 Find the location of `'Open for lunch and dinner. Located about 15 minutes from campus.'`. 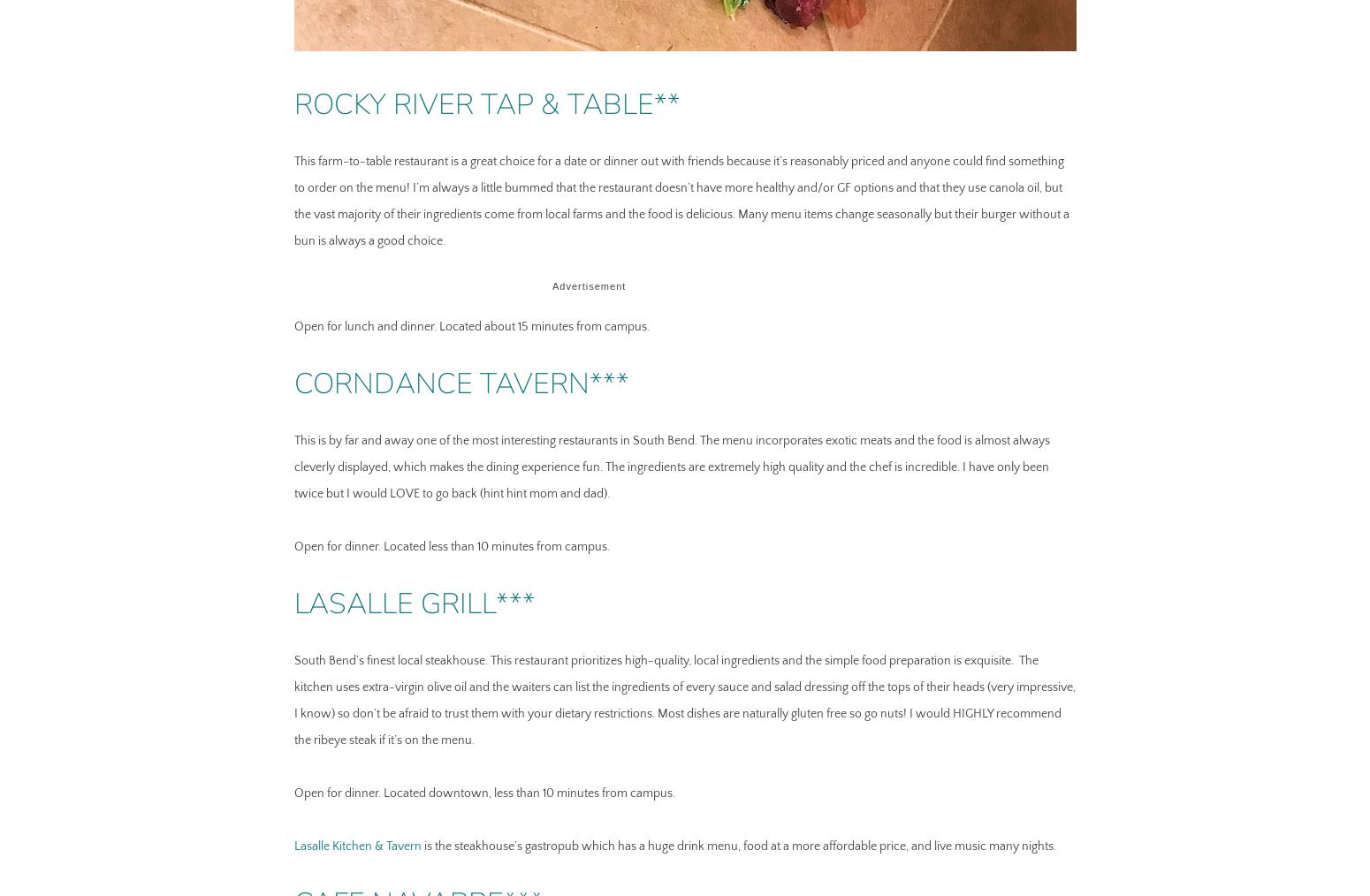

'Open for lunch and dinner. Located about 15 minutes from campus.' is located at coordinates (470, 324).